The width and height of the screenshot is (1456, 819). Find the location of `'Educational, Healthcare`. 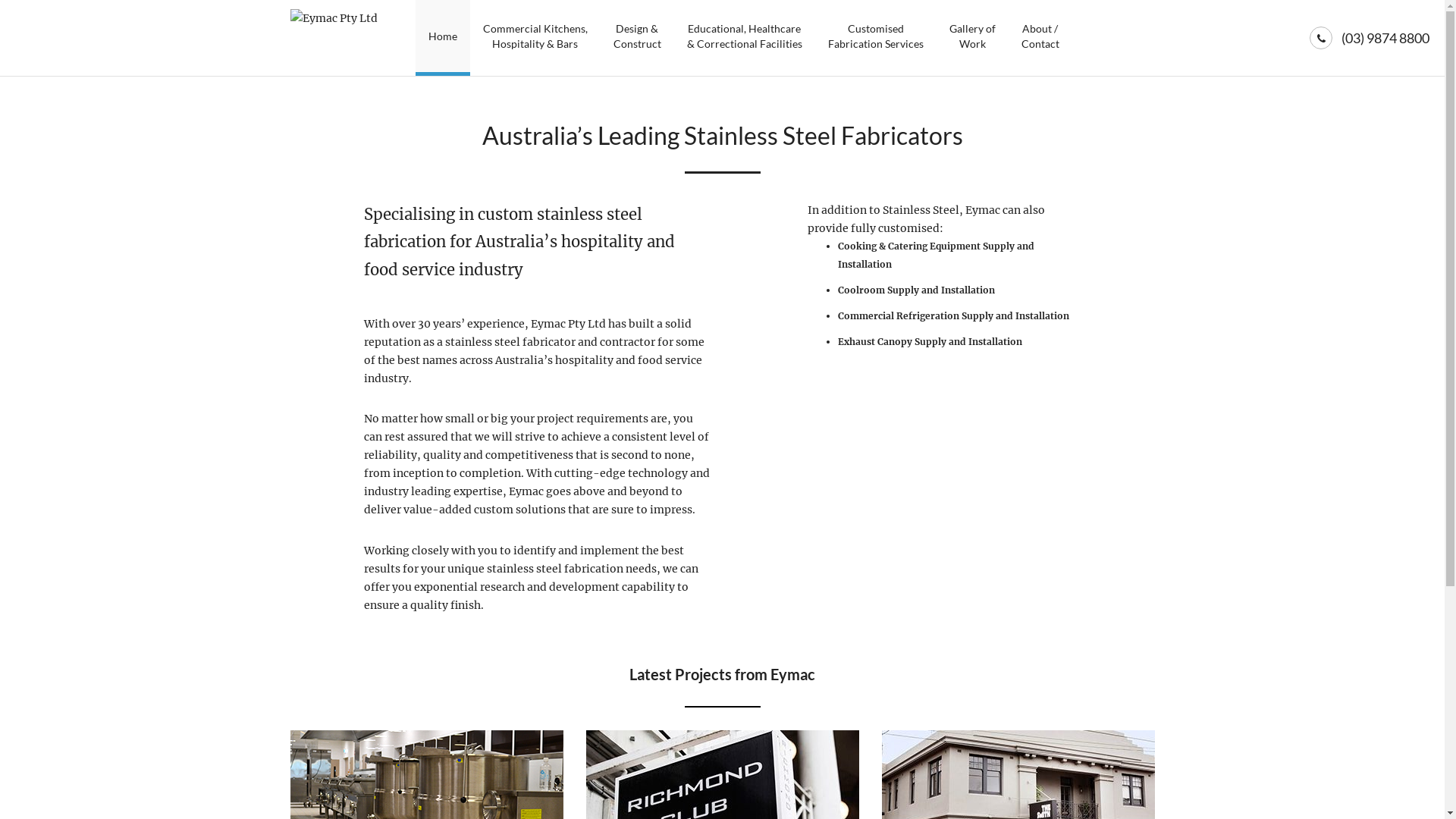

'Educational, Healthcare is located at coordinates (743, 37).